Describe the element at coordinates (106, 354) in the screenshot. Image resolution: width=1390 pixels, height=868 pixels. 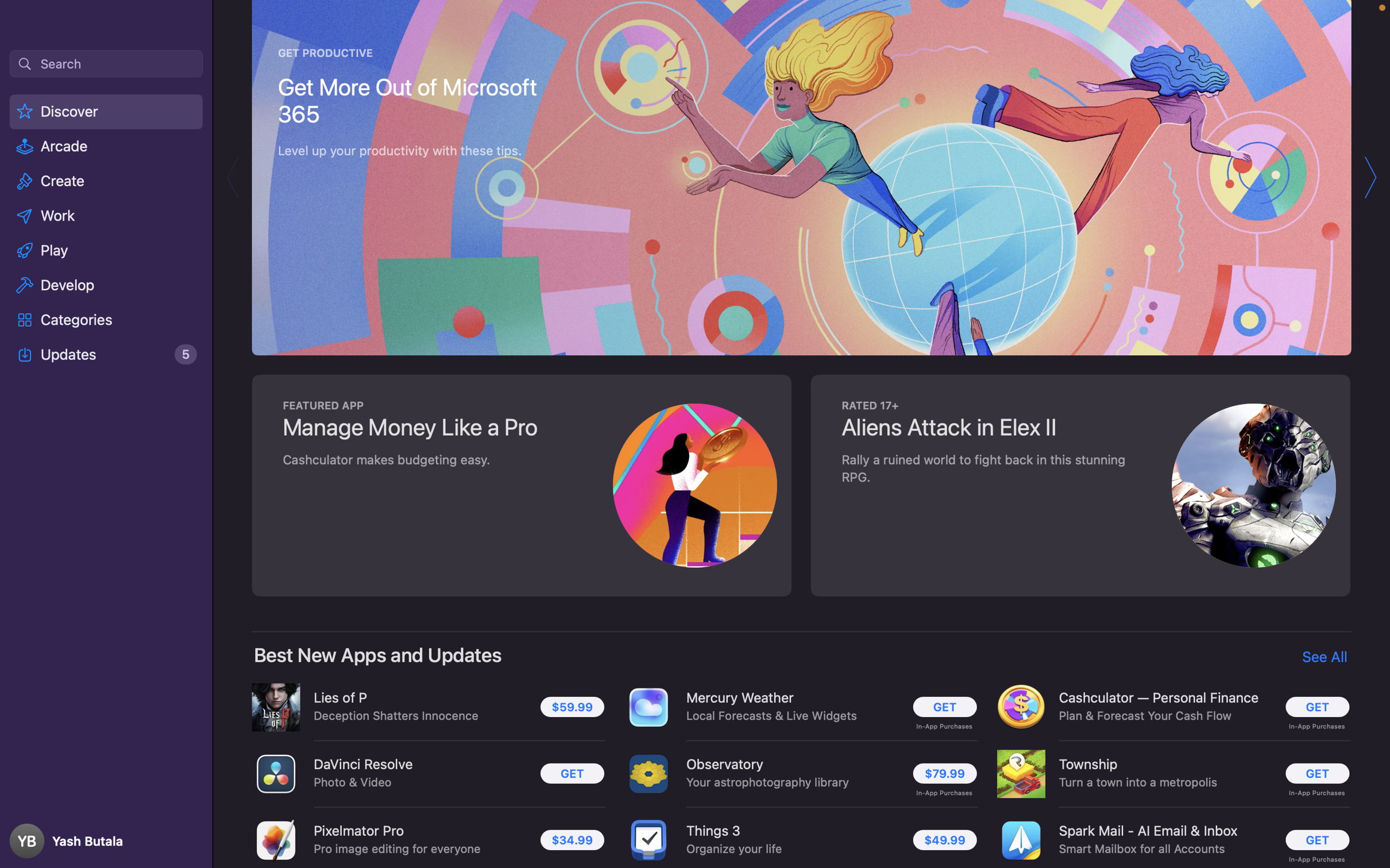
I see `and click on the tab named "Updates"` at that location.